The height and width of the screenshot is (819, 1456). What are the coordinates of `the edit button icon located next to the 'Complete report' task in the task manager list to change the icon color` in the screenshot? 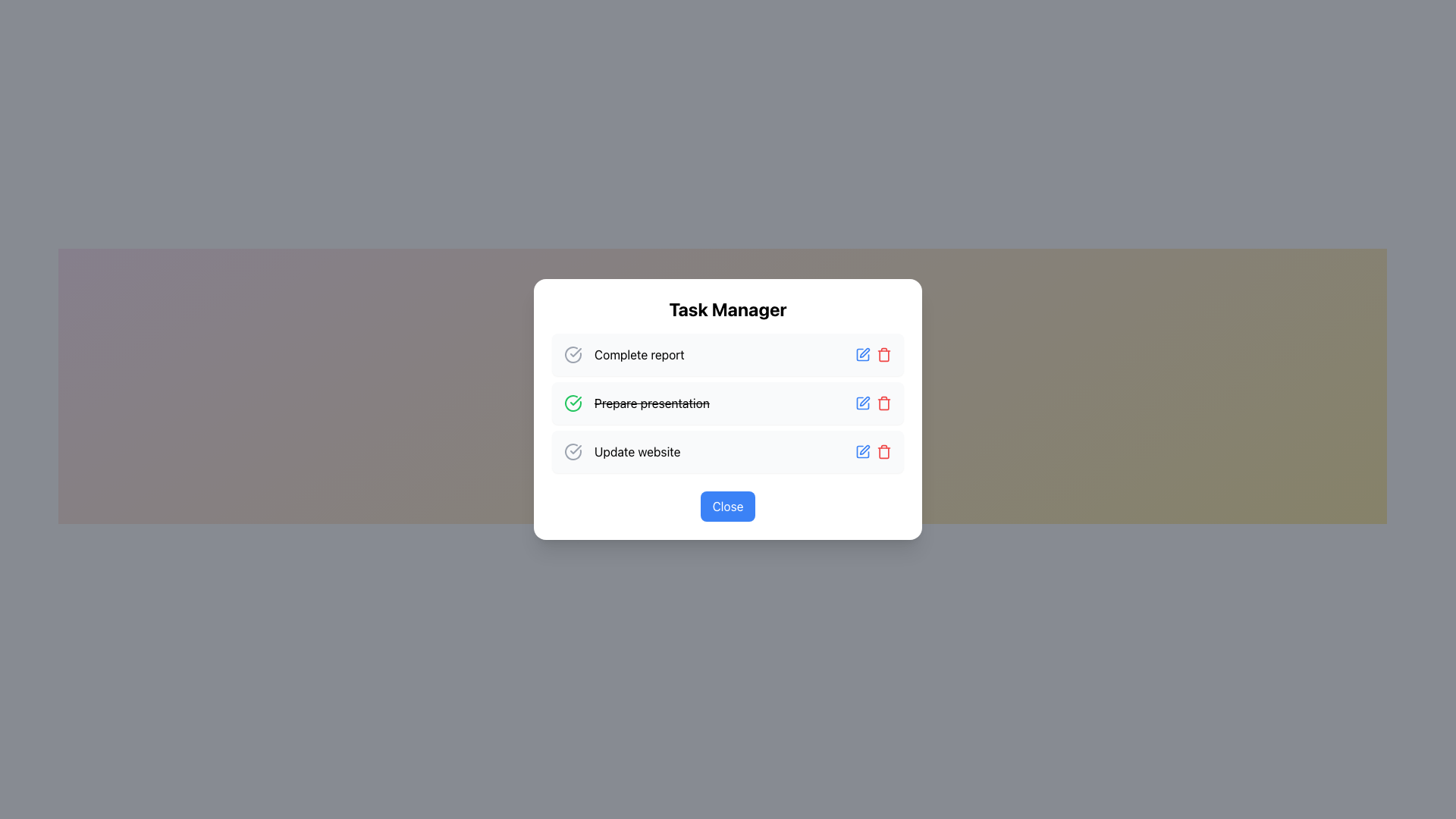 It's located at (862, 354).